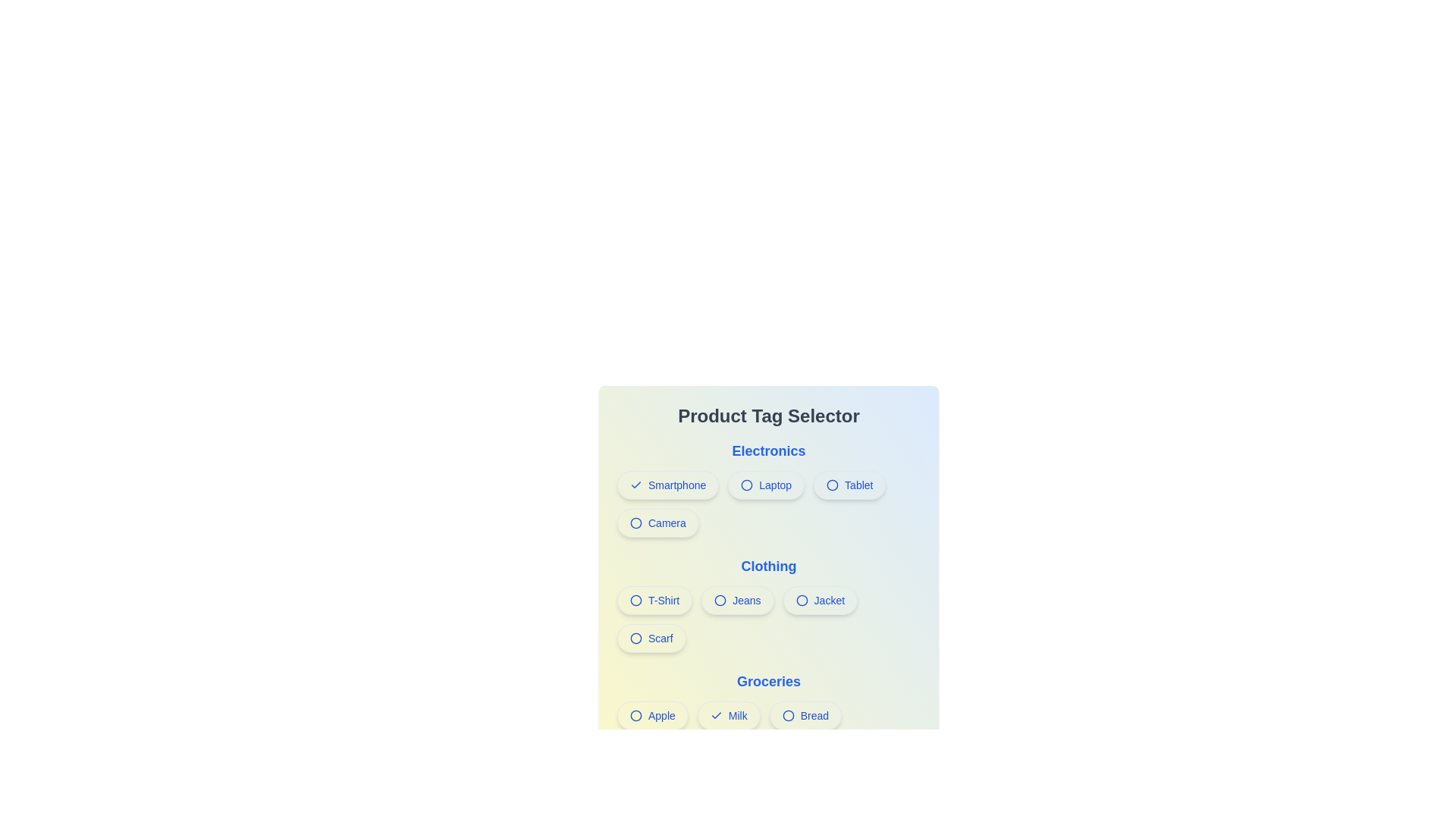 The width and height of the screenshot is (1456, 819). What do you see at coordinates (720, 599) in the screenshot?
I see `the radio button representing the 'Jeans' option in the clothing category` at bounding box center [720, 599].